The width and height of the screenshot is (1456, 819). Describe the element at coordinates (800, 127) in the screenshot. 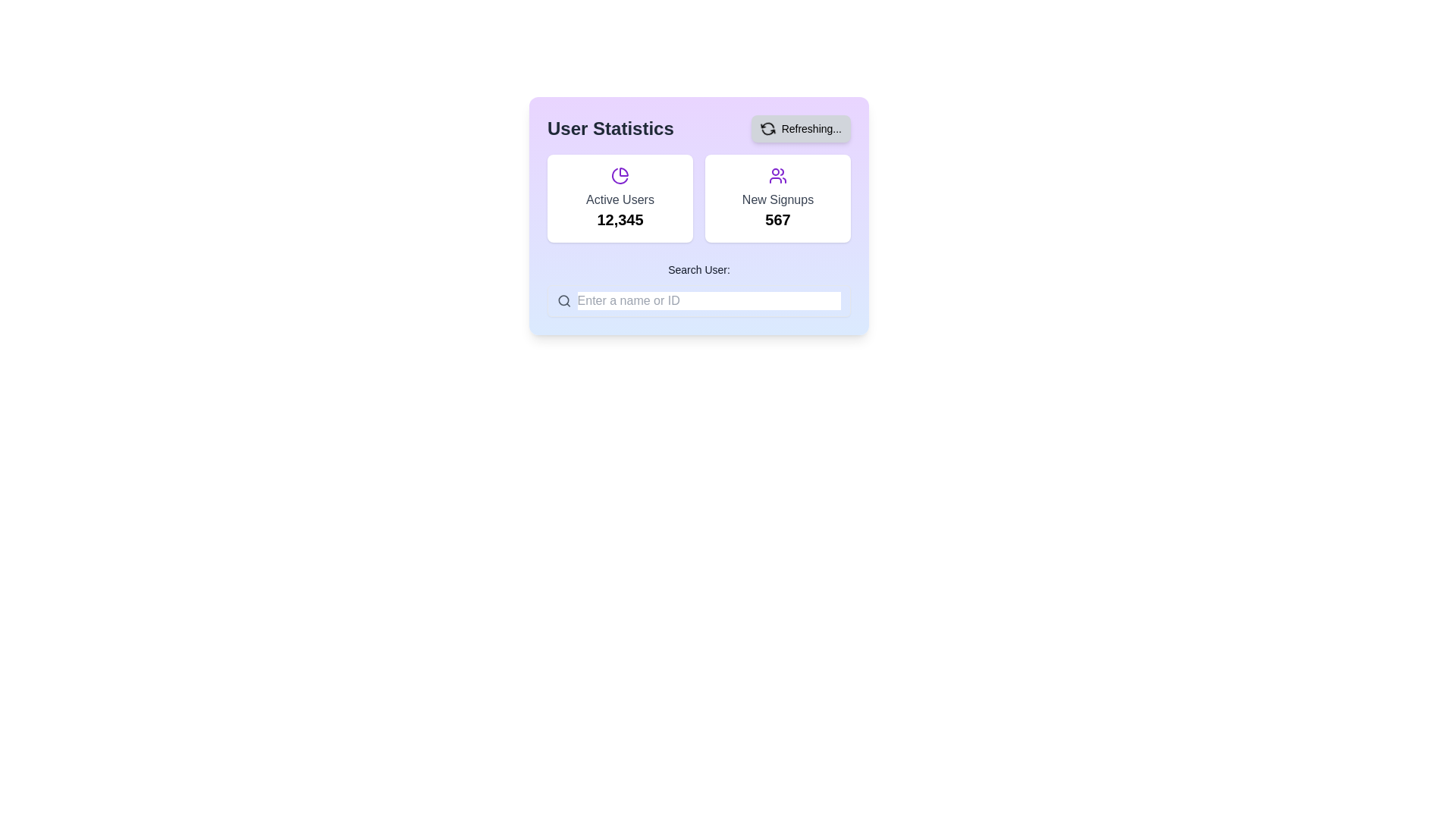

I see `the refresh button located in the top-right corner of the 'User Statistics' panel` at that location.